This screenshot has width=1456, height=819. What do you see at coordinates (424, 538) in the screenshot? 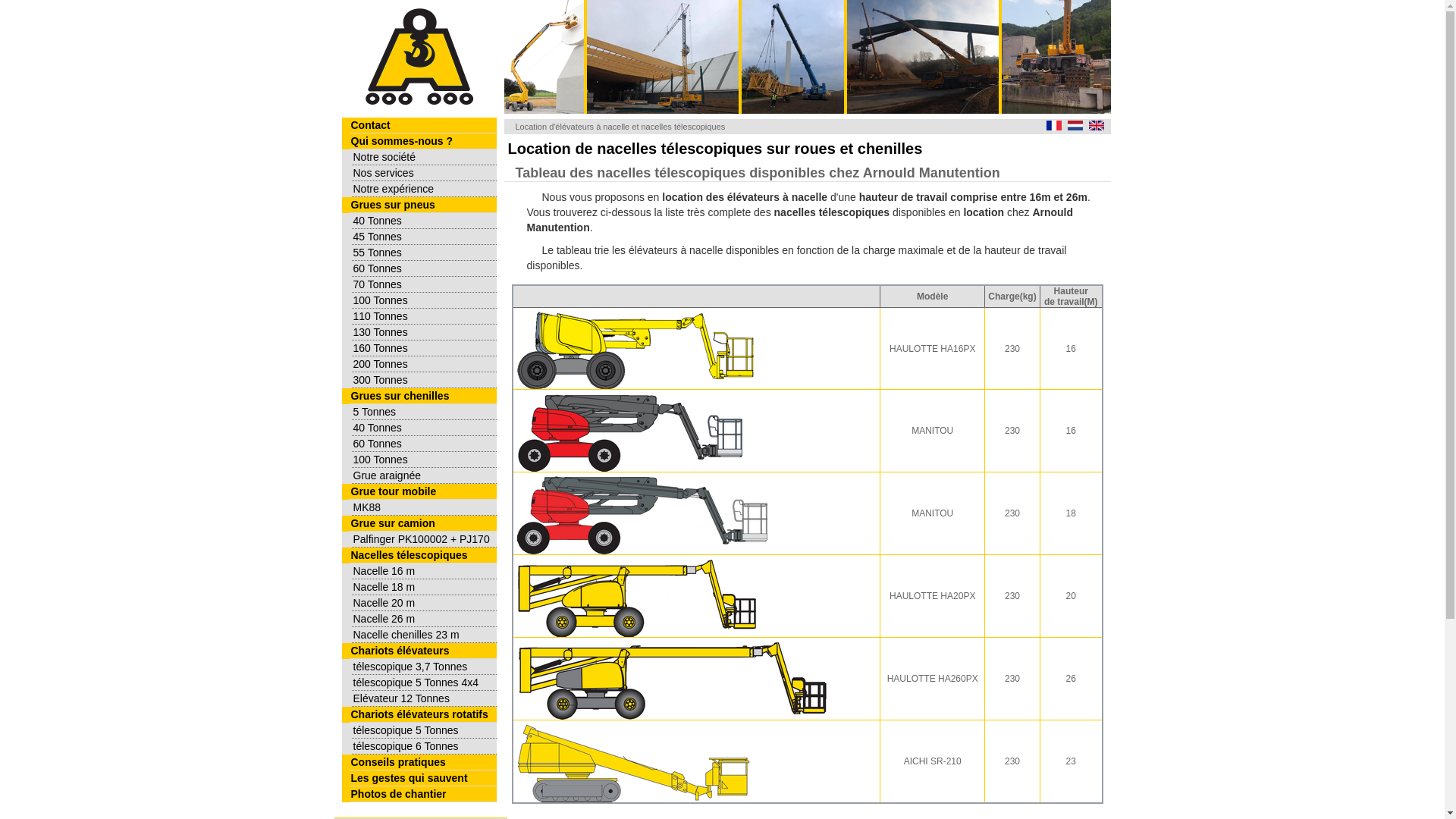
I see `'Palfinger PK100002 + PJ170'` at bounding box center [424, 538].